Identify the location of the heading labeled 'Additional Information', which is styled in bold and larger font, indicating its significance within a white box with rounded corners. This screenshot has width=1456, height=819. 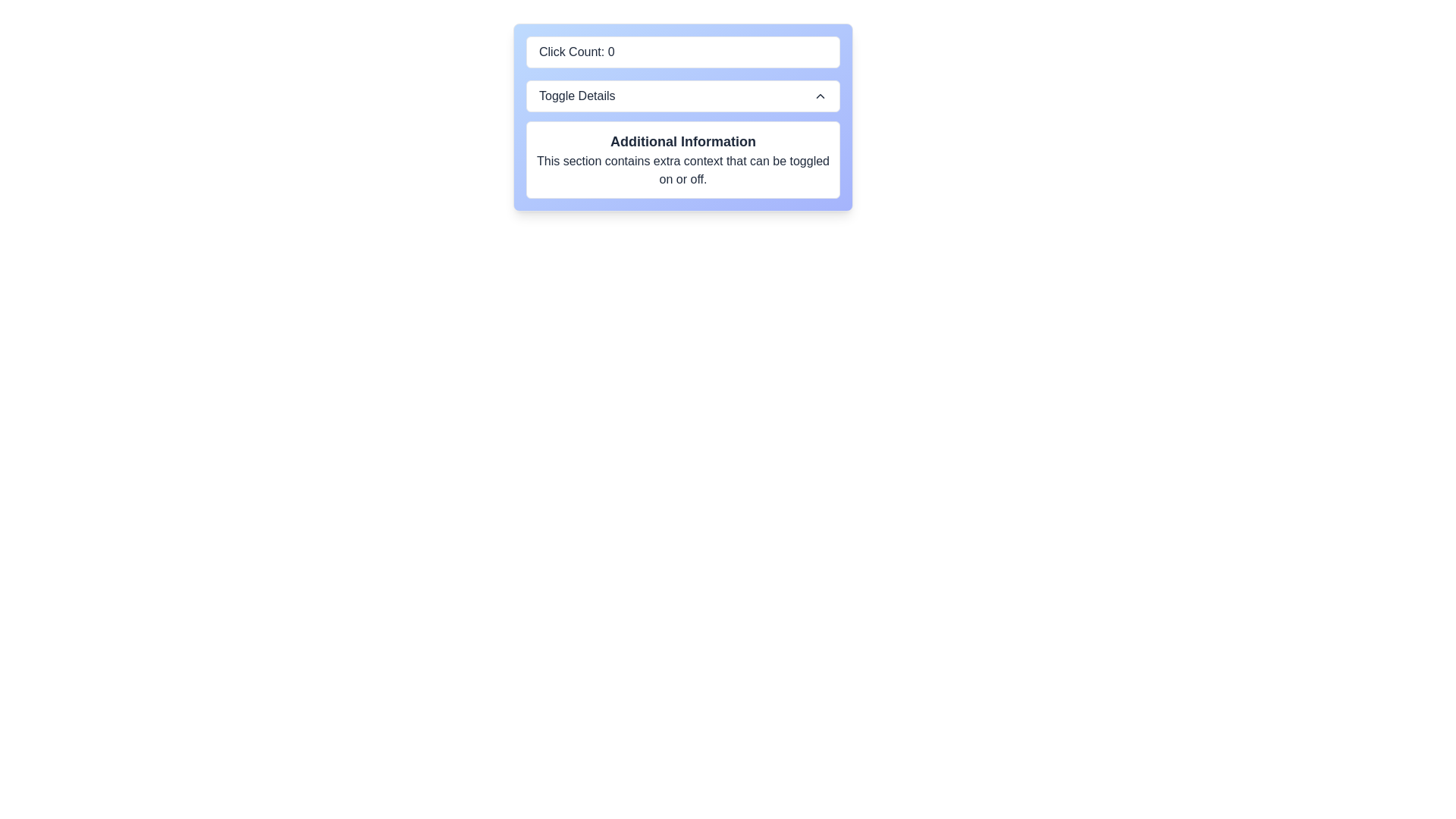
(682, 141).